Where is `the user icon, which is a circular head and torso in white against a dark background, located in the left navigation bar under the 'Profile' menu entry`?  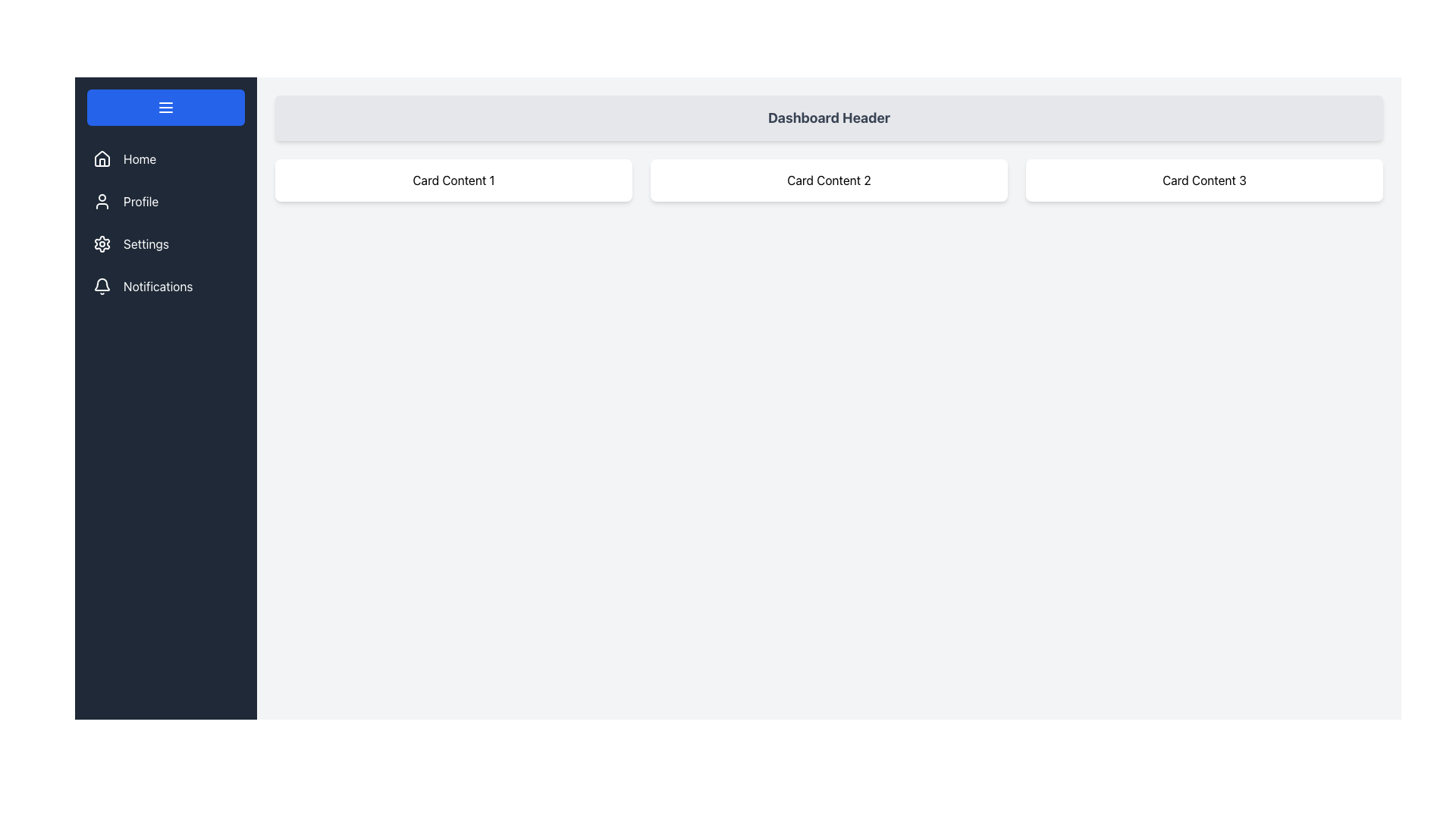
the user icon, which is a circular head and torso in white against a dark background, located in the left navigation bar under the 'Profile' menu entry is located at coordinates (101, 201).